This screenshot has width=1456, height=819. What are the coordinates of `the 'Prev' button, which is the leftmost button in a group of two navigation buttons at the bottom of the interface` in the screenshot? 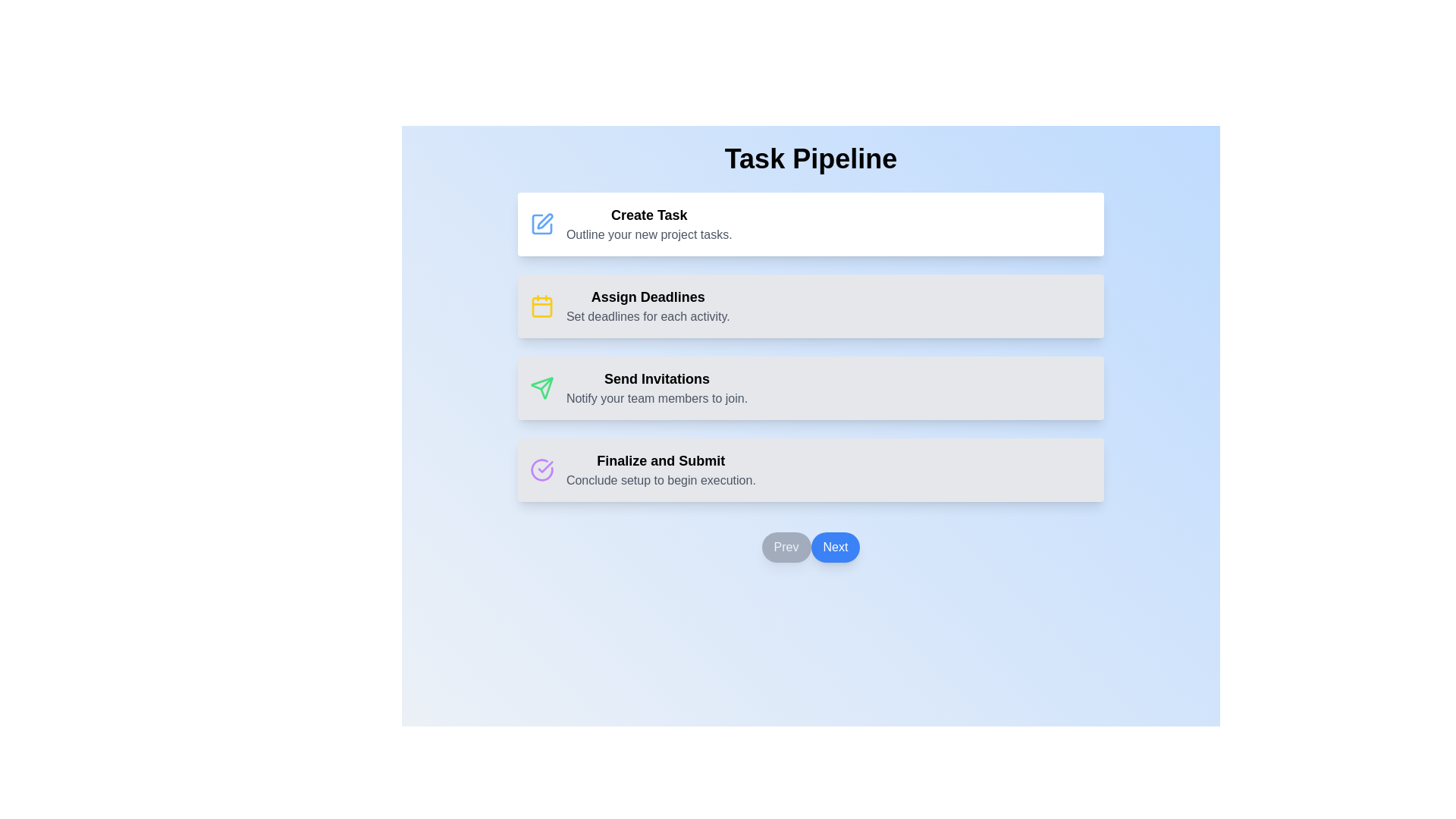 It's located at (786, 547).